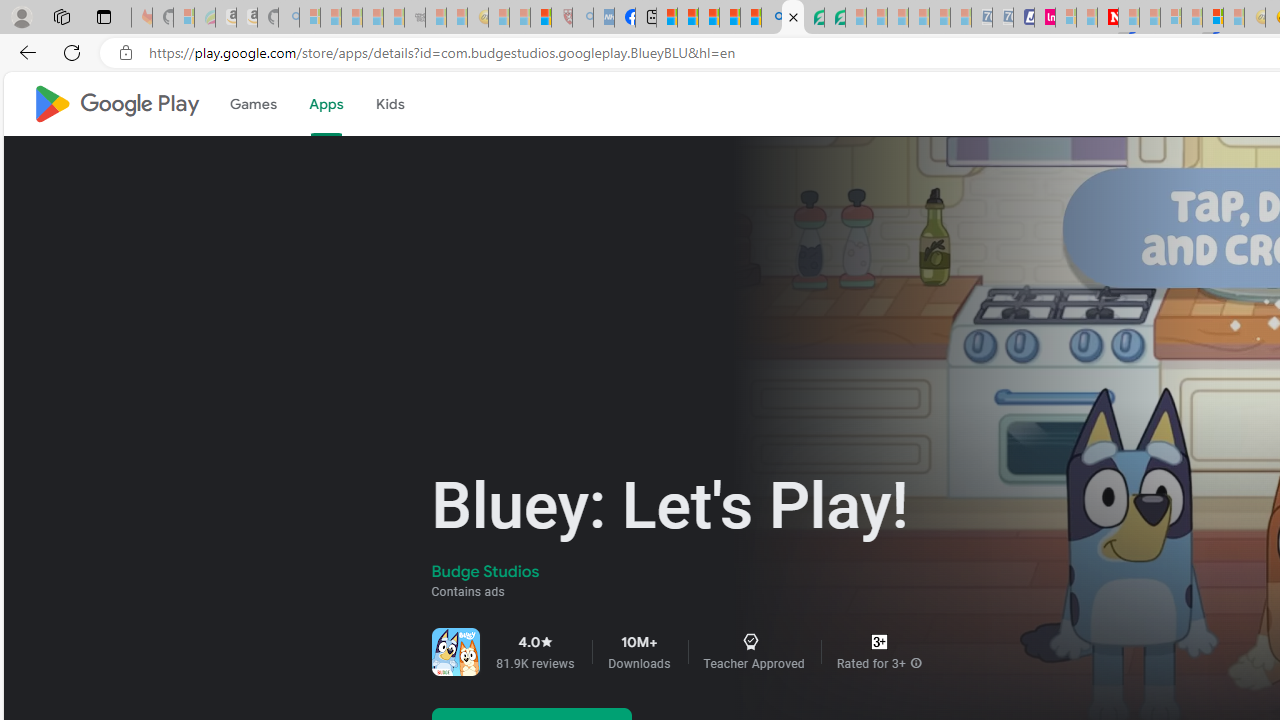 Image resolution: width=1280 pixels, height=720 pixels. Describe the element at coordinates (413, 17) in the screenshot. I see `'Combat Siege'` at that location.